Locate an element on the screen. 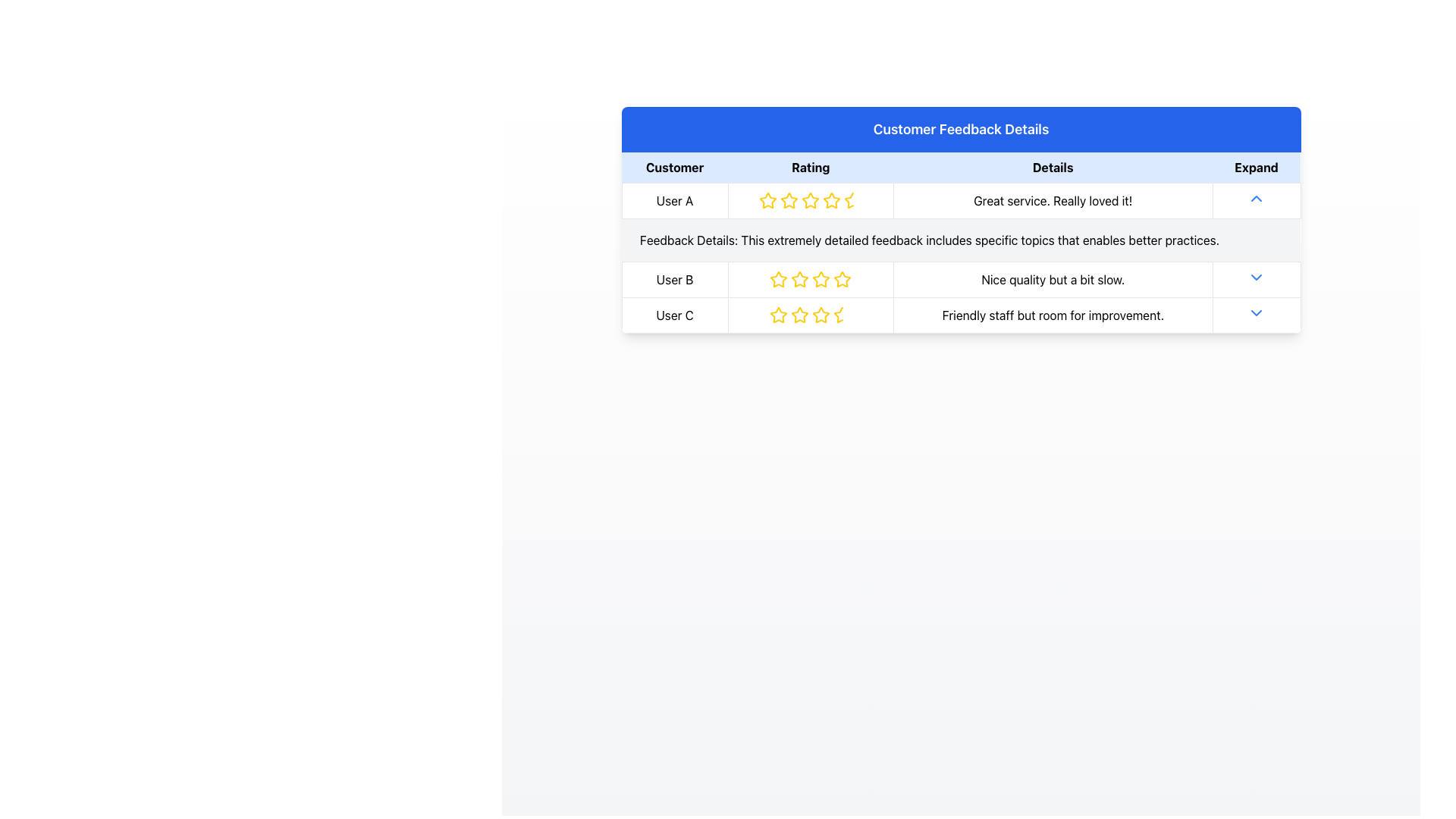 This screenshot has height=819, width=1456. the text label displaying 'User B' located in the second row of the table under the 'Customer' column is located at coordinates (674, 280).